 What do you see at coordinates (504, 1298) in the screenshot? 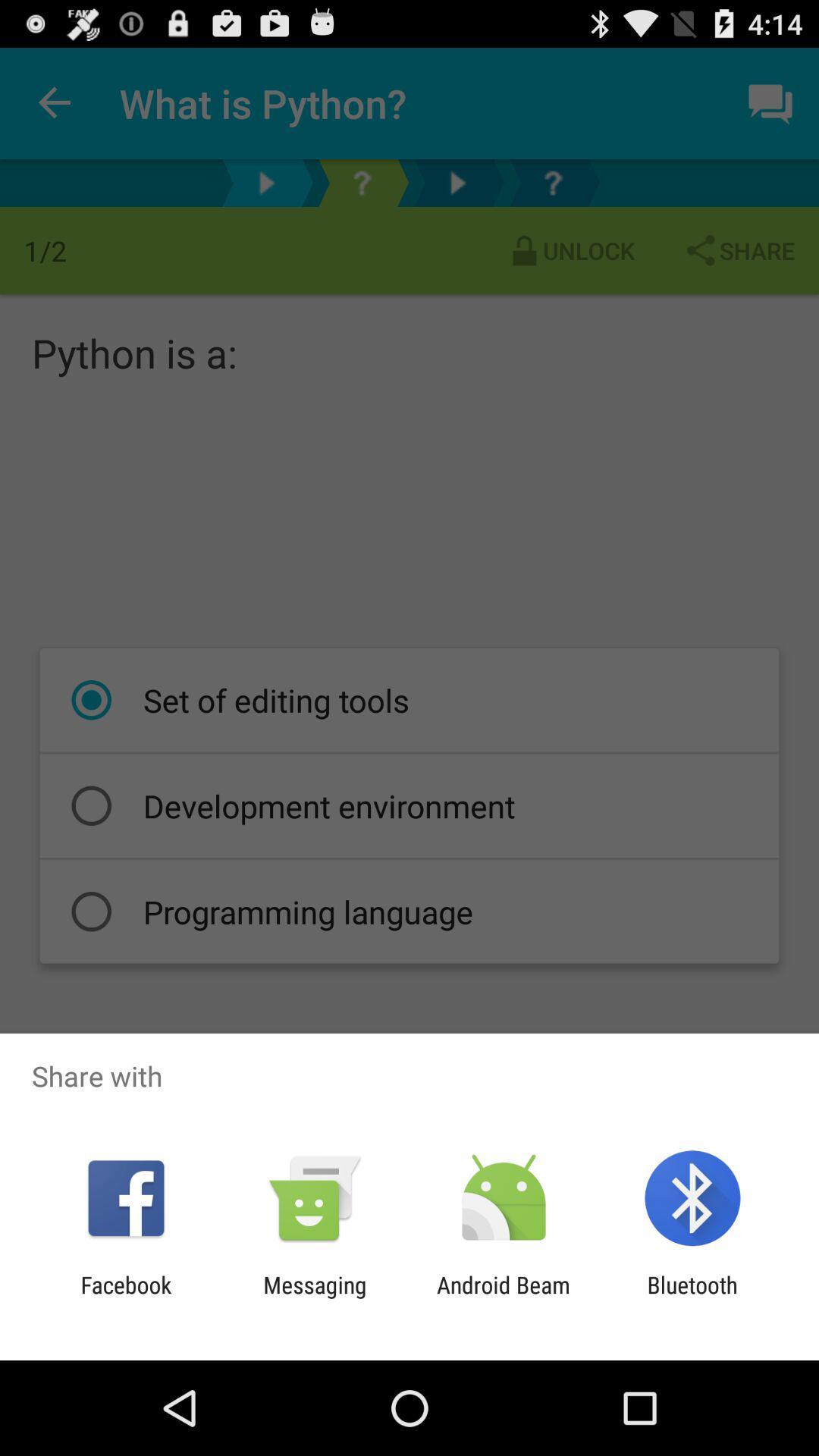
I see `app to the left of the bluetooth app` at bounding box center [504, 1298].